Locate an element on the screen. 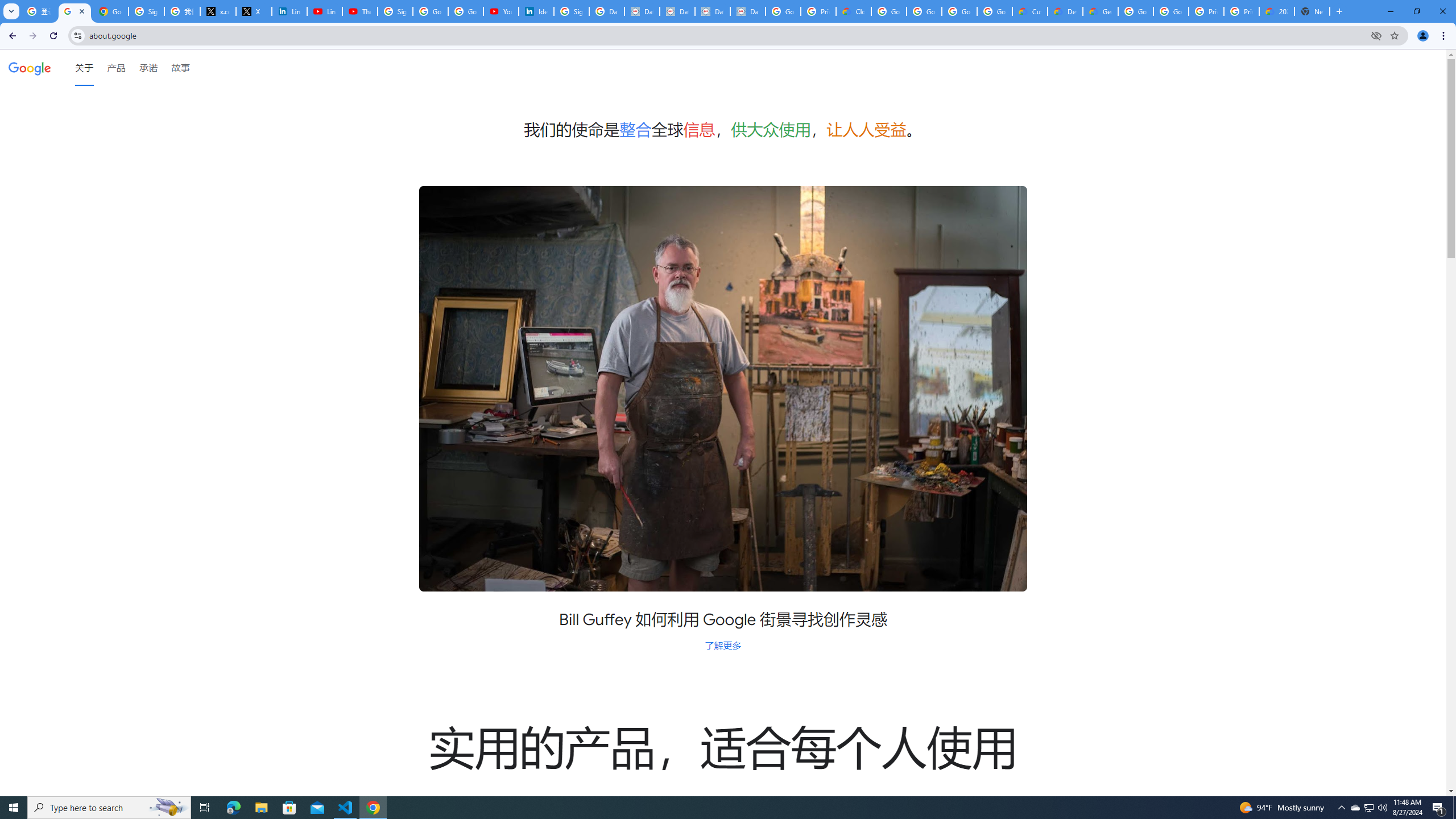  'Data Privacy Framework' is located at coordinates (677, 11).